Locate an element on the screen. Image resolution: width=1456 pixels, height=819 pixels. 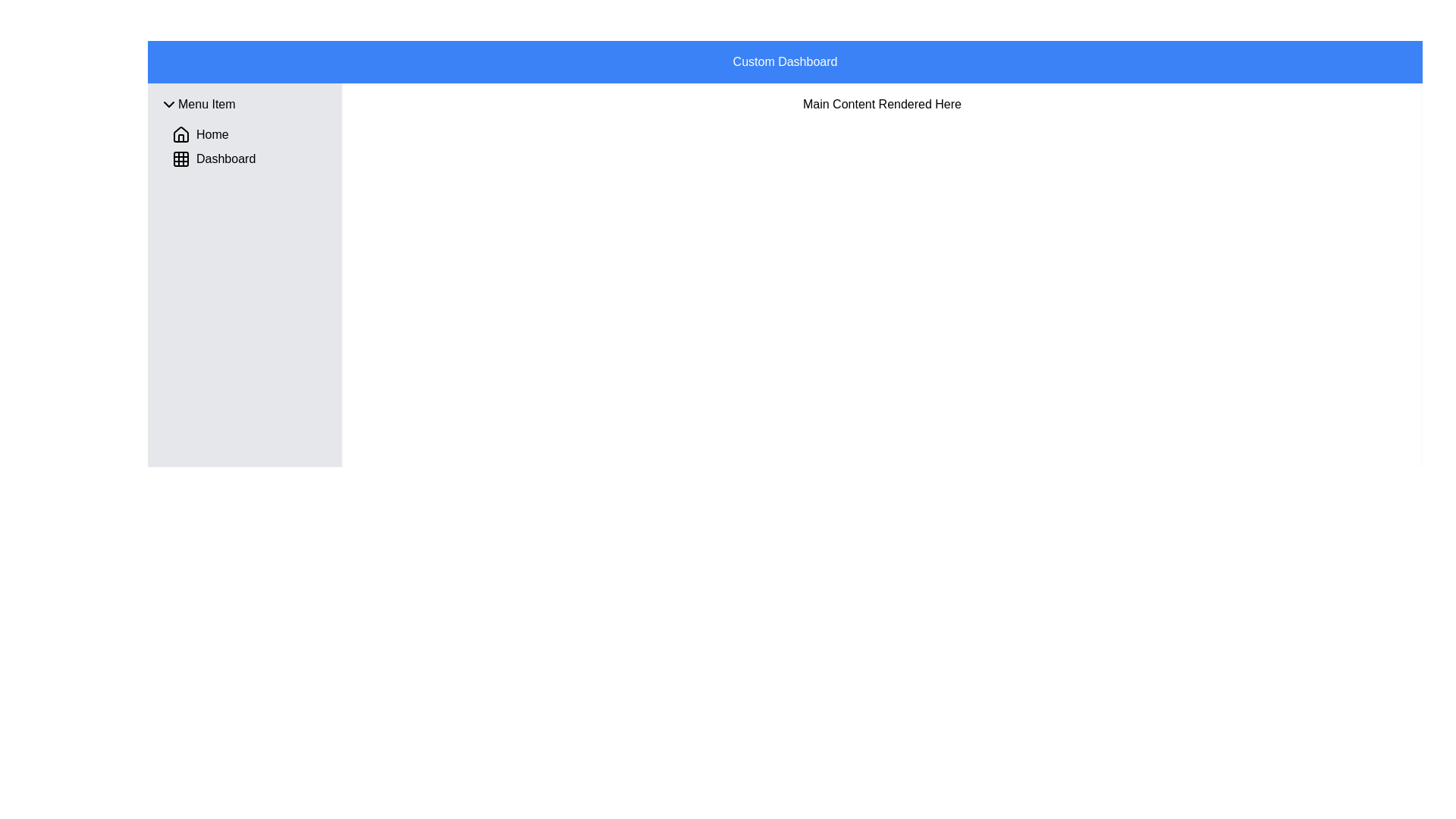
the small icon resembling a 3x3 grid of squares located next to the text 'Dashboard' in the left-side navigation menu is located at coordinates (181, 158).